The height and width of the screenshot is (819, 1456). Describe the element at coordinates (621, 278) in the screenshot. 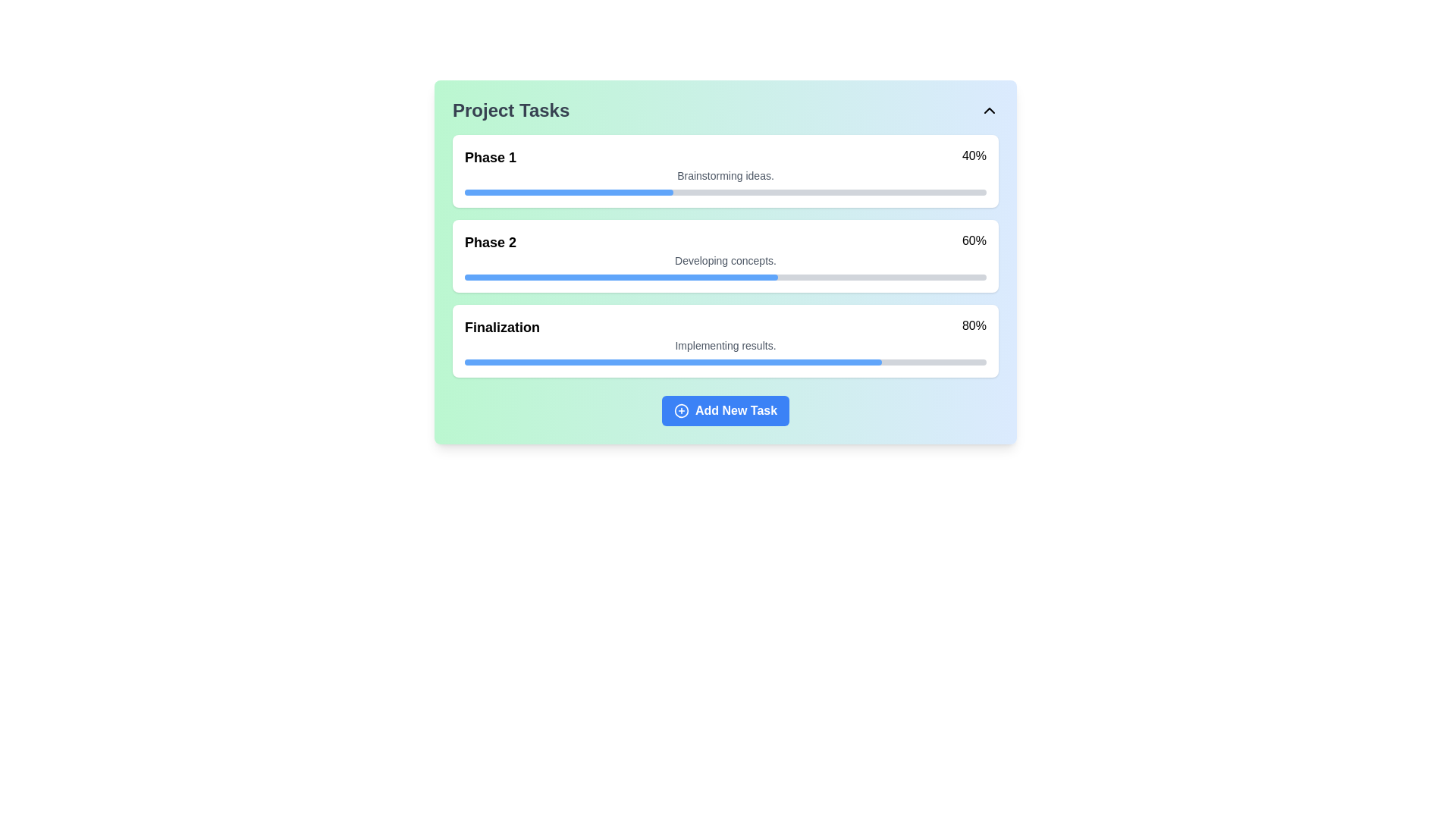

I see `the Partial Progress Bar indicating 60% completion under the 'Phase 2' section` at that location.